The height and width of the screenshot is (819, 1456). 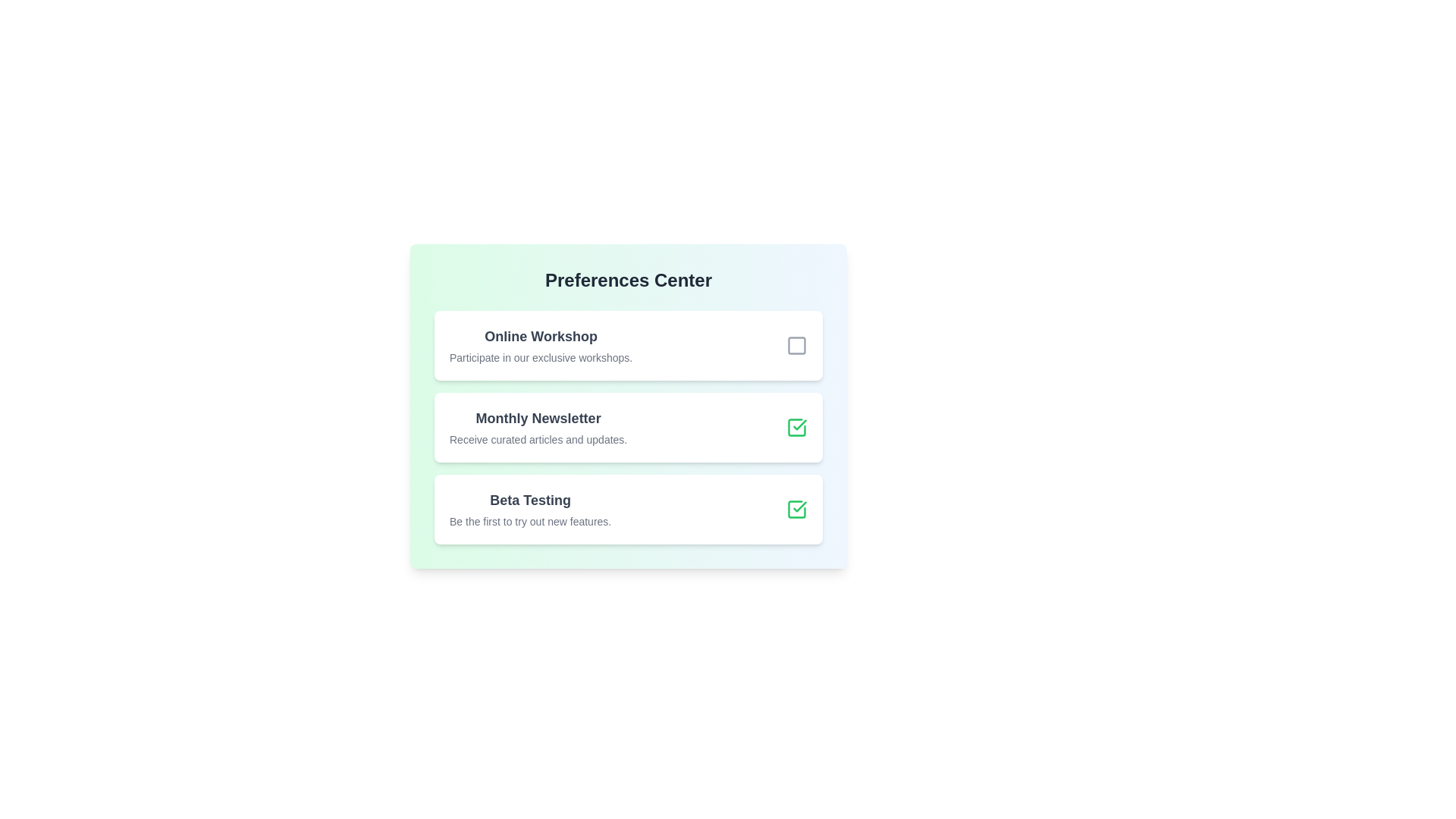 What do you see at coordinates (629, 281) in the screenshot?
I see `the 'Preferences Center' heading, which is a large, bold text displayed at the top of the card with a gradient background` at bounding box center [629, 281].